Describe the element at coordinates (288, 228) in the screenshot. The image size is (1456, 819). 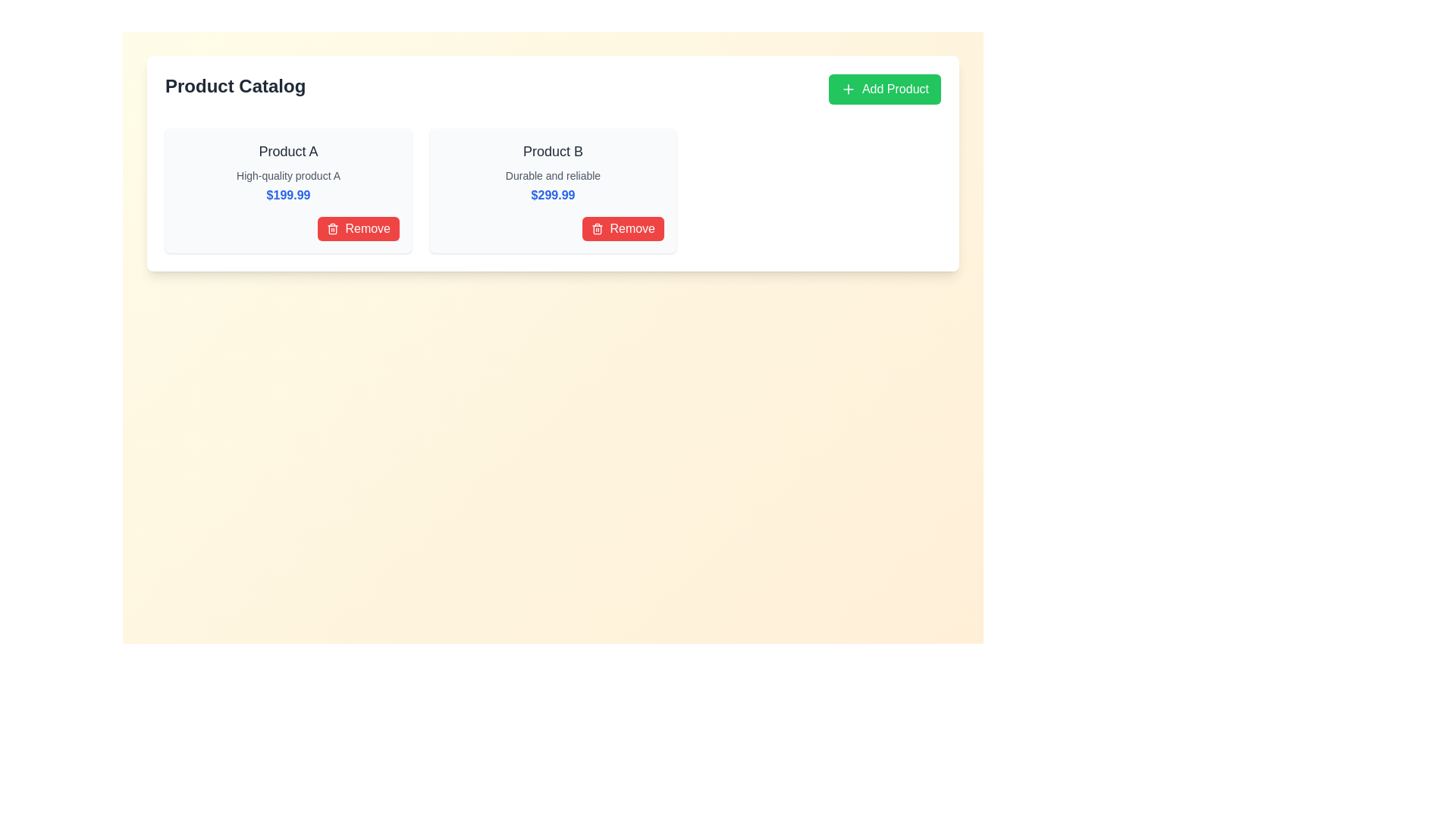
I see `the button located at the bottom-right corner of the card for 'Product A'` at that location.